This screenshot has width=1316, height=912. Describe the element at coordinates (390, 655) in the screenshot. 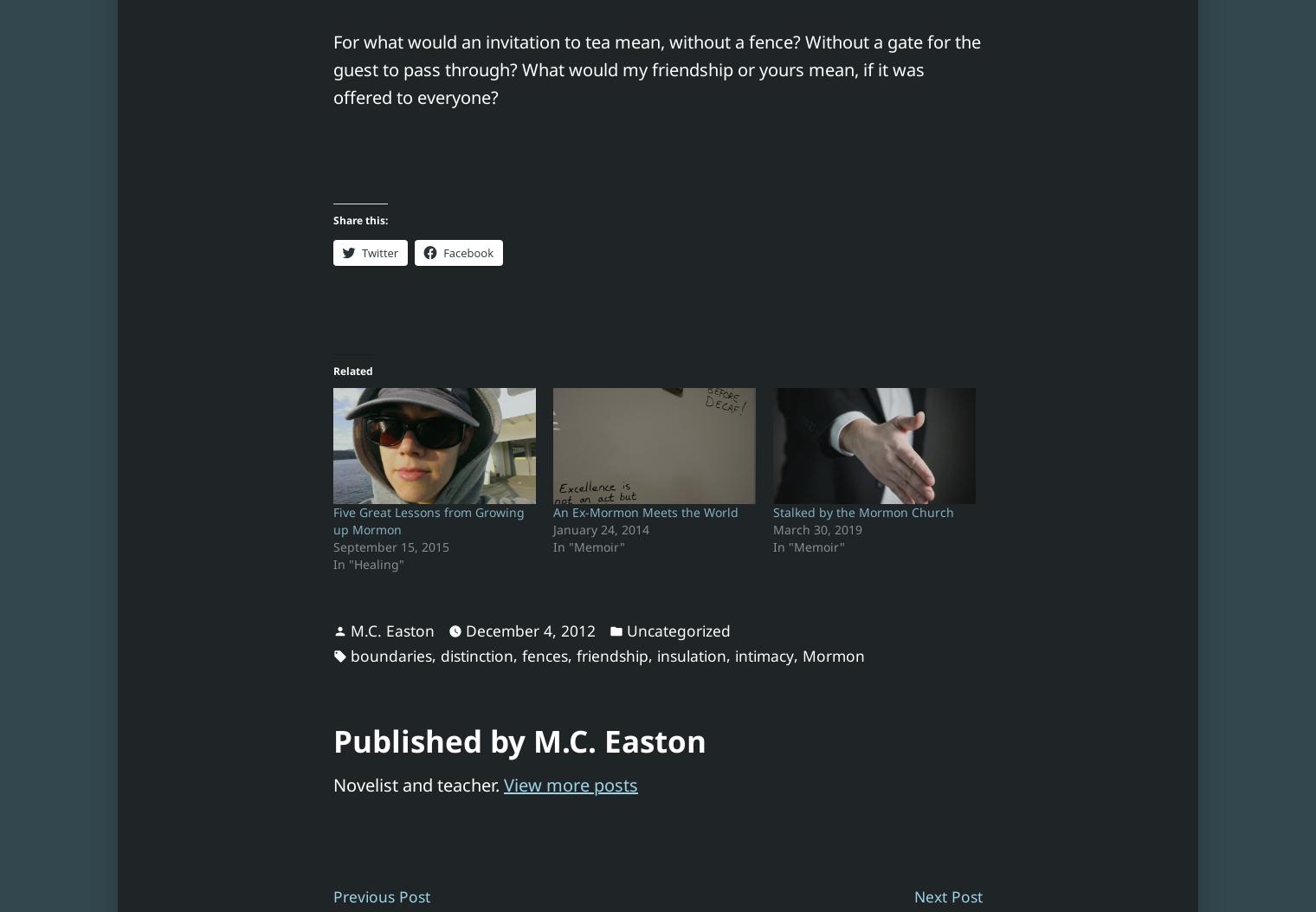

I see `'boundaries'` at that location.